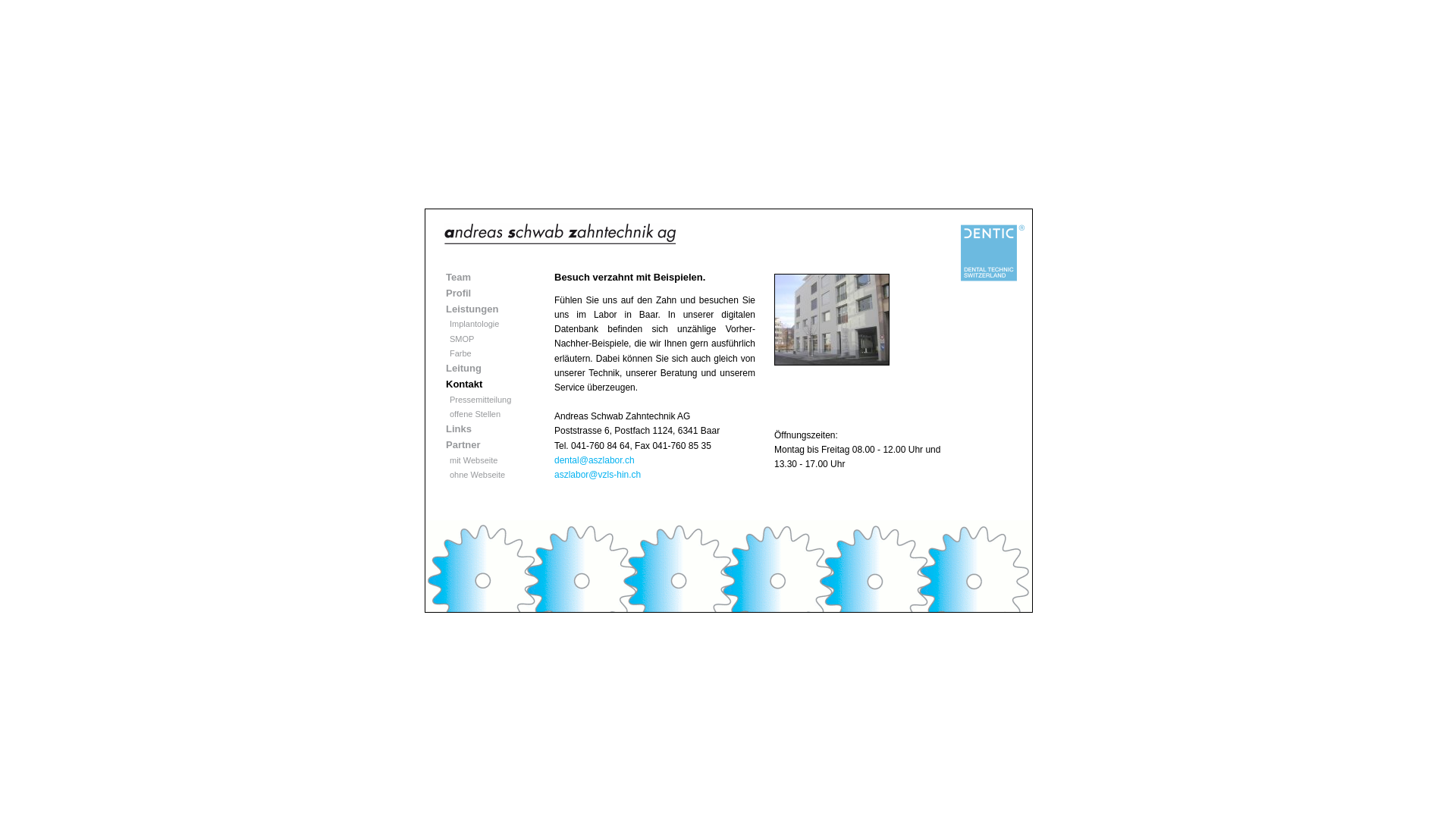  What do you see at coordinates (476, 473) in the screenshot?
I see `'ohne Webseite'` at bounding box center [476, 473].